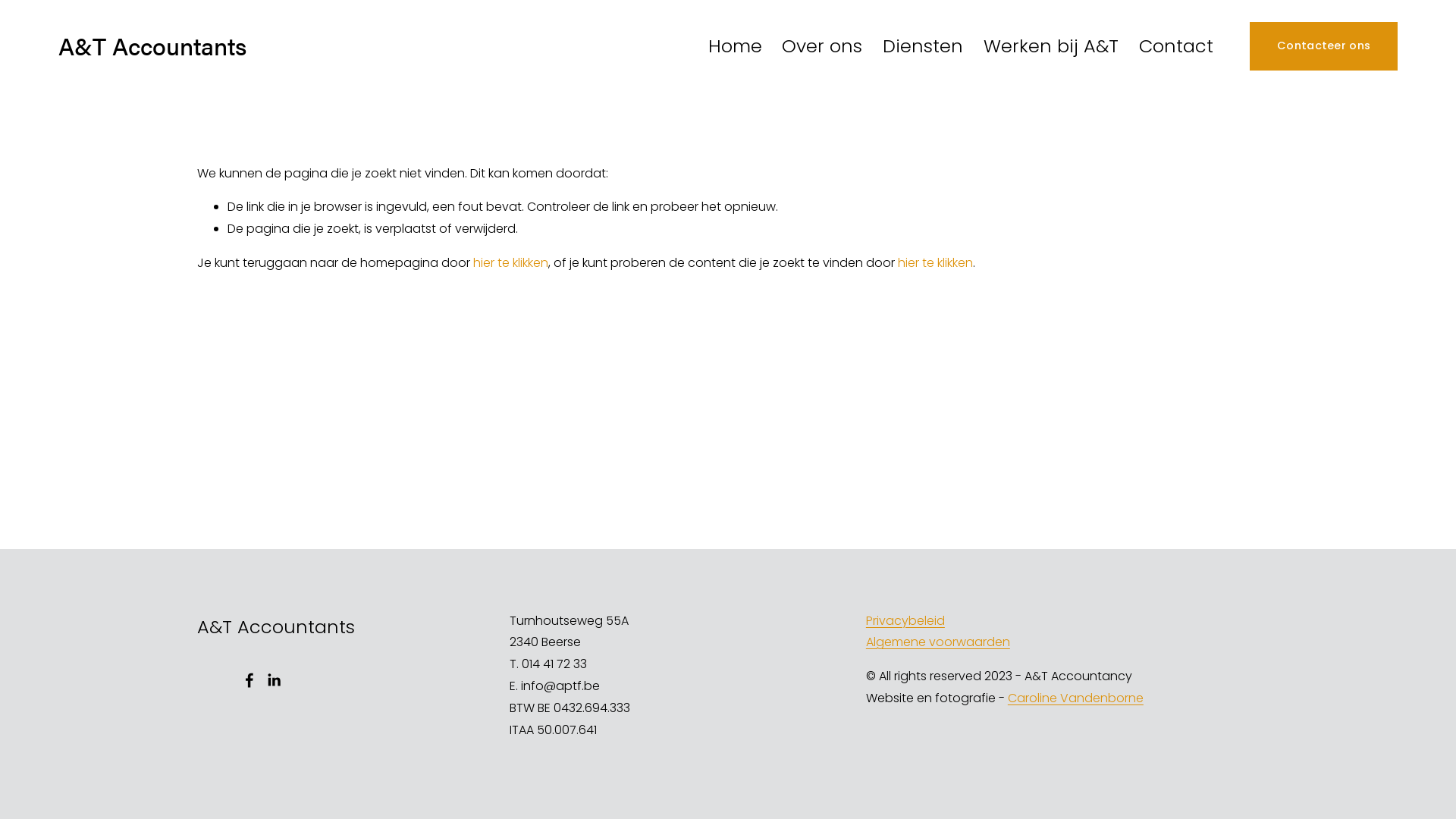 Image resolution: width=1456 pixels, height=819 pixels. I want to click on 'Caroline Vandenborne', so click(1008, 698).